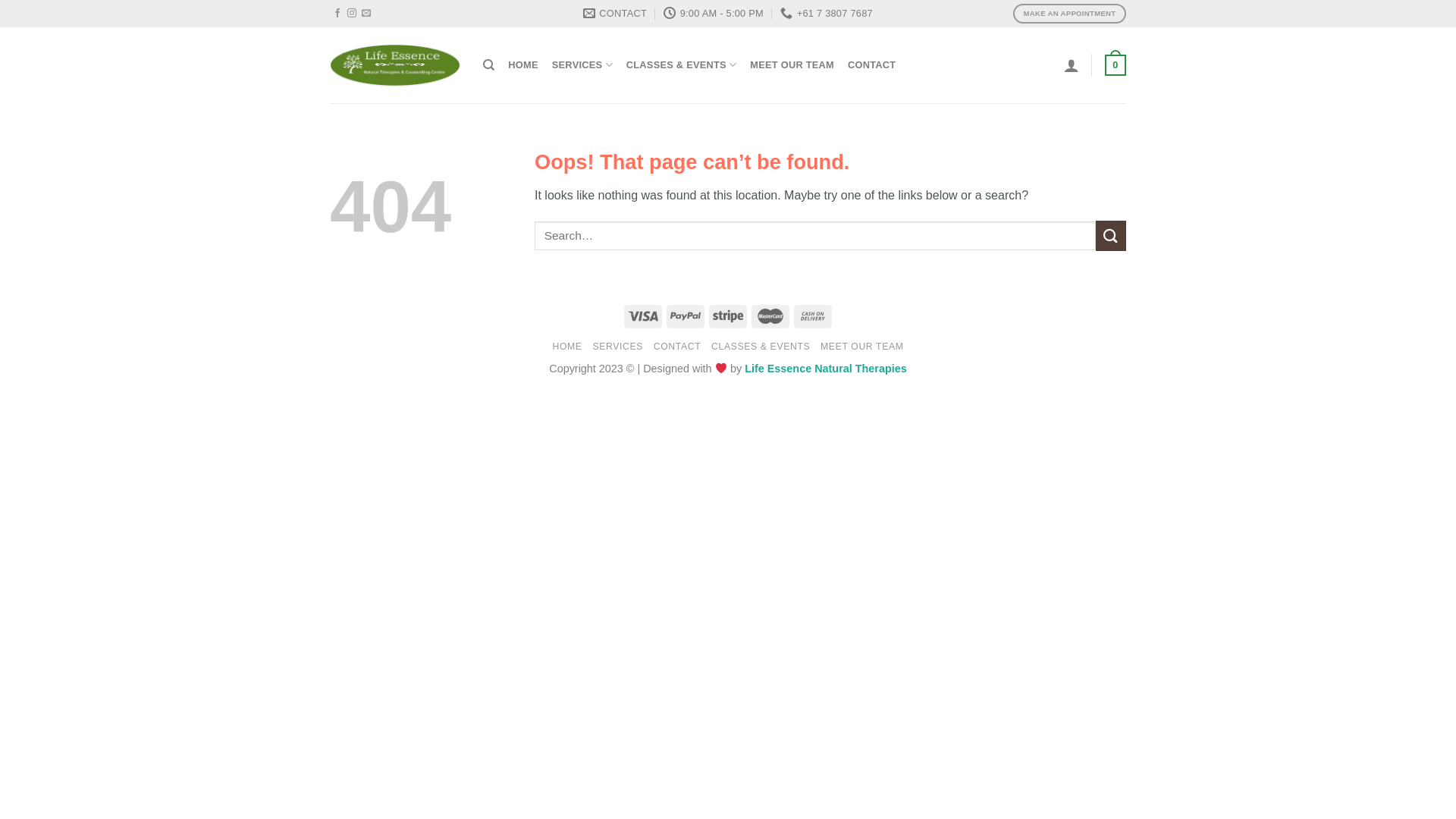 Image resolution: width=1456 pixels, height=819 pixels. Describe the element at coordinates (712, 14) in the screenshot. I see `'9:00 AM - 5:00 PM'` at that location.